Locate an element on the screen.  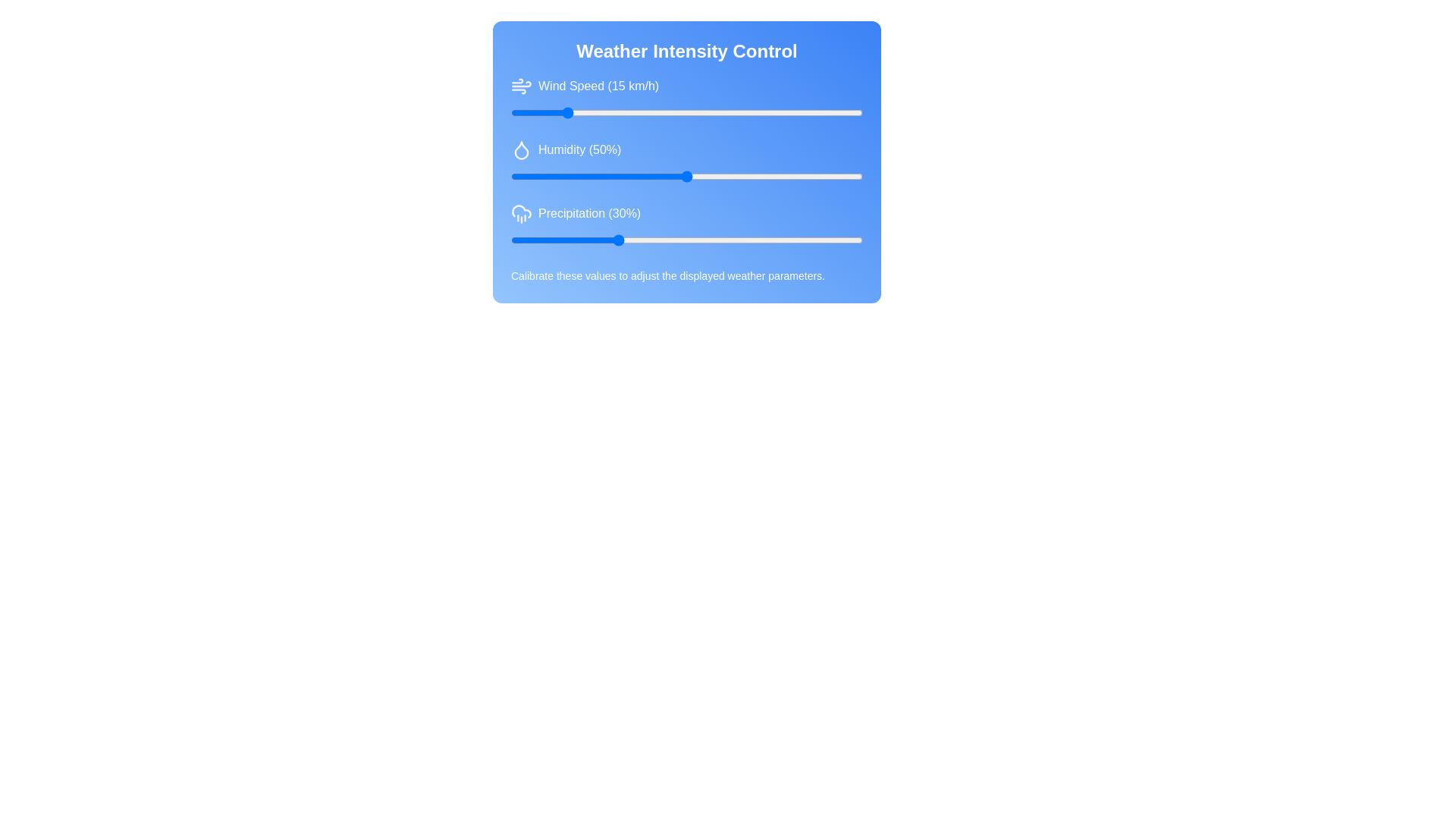
the wind speed is located at coordinates (645, 112).